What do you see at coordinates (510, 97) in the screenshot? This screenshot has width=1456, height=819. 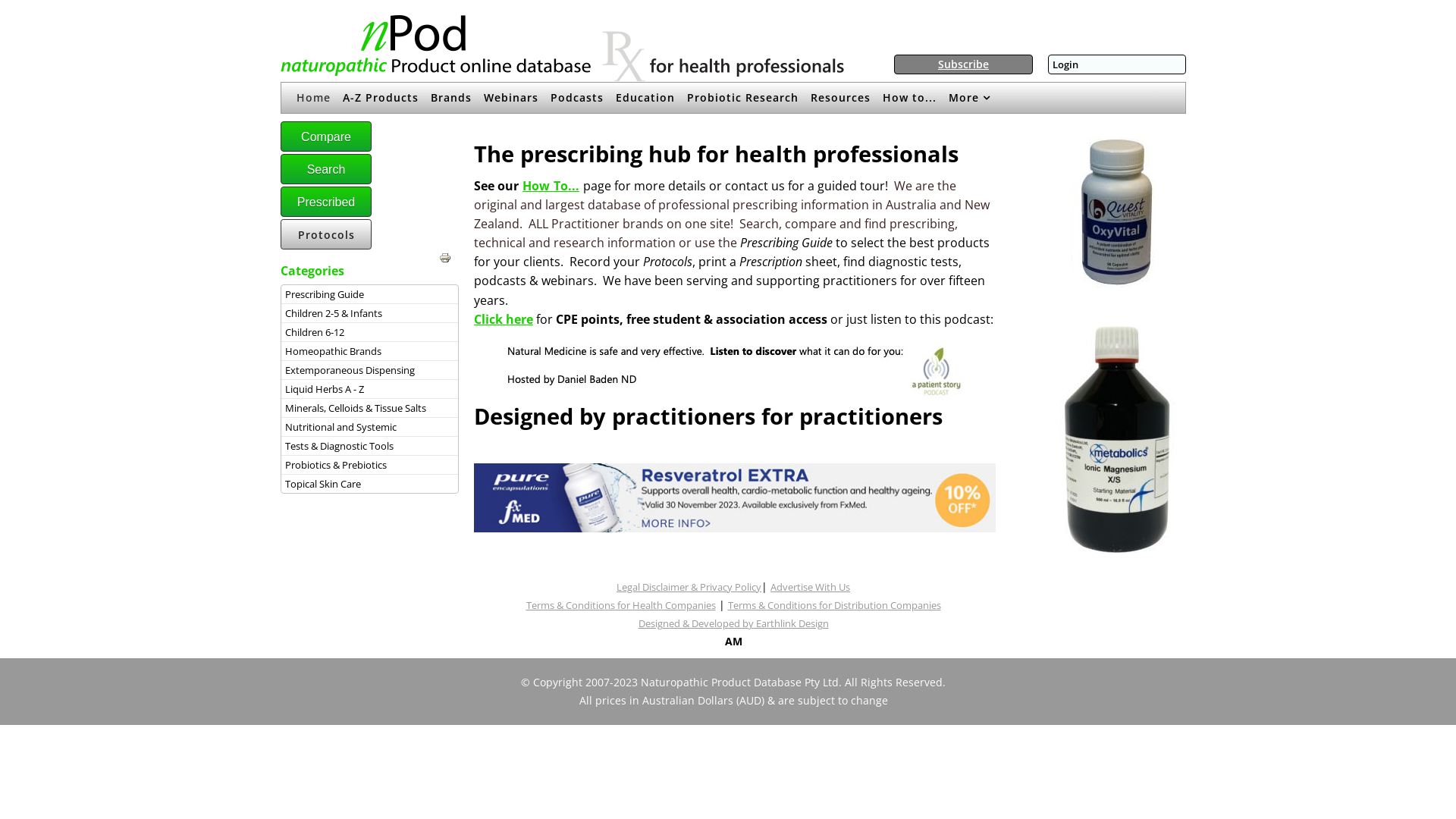 I see `'Webinars'` at bounding box center [510, 97].